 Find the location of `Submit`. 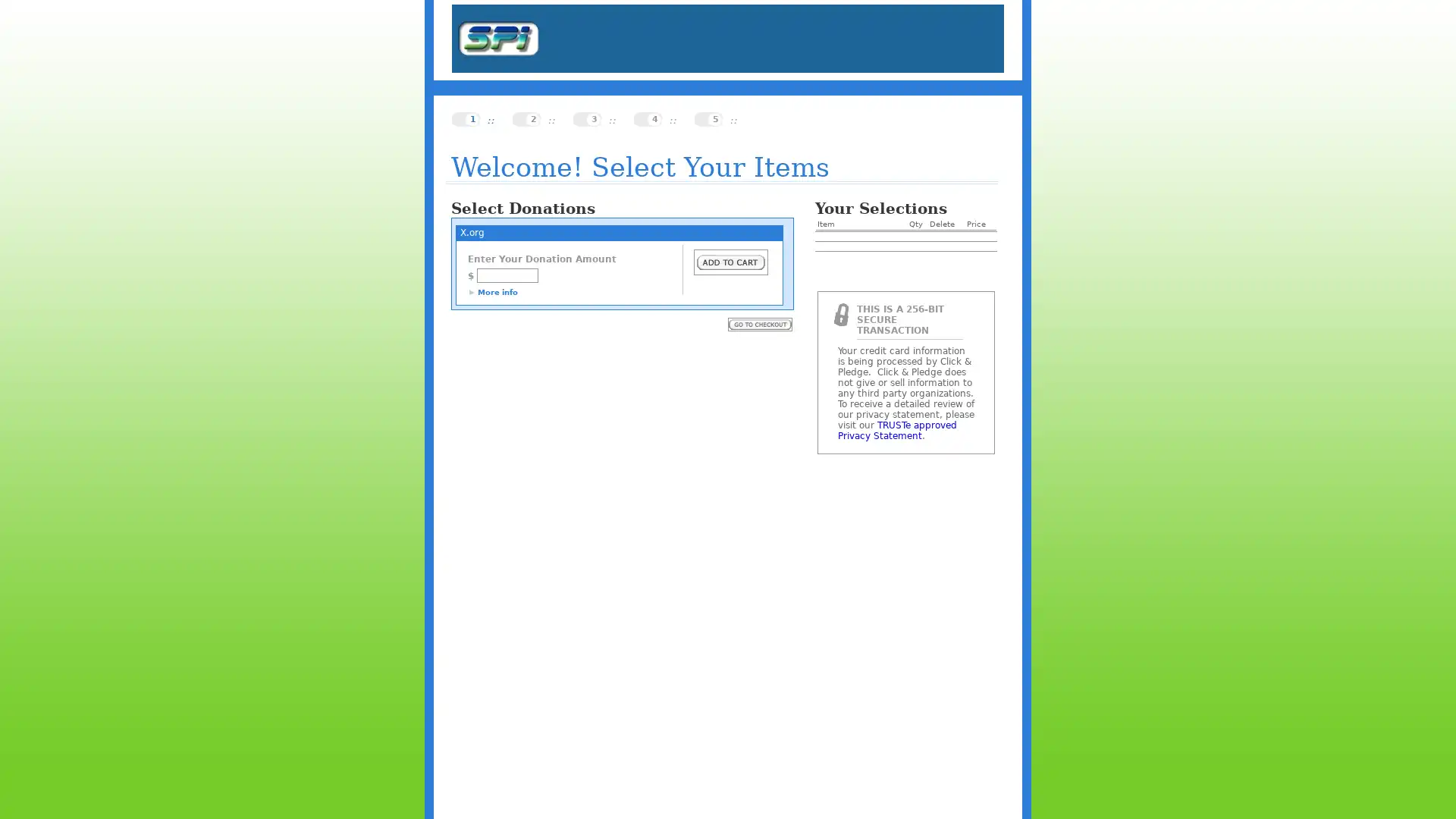

Submit is located at coordinates (760, 324).